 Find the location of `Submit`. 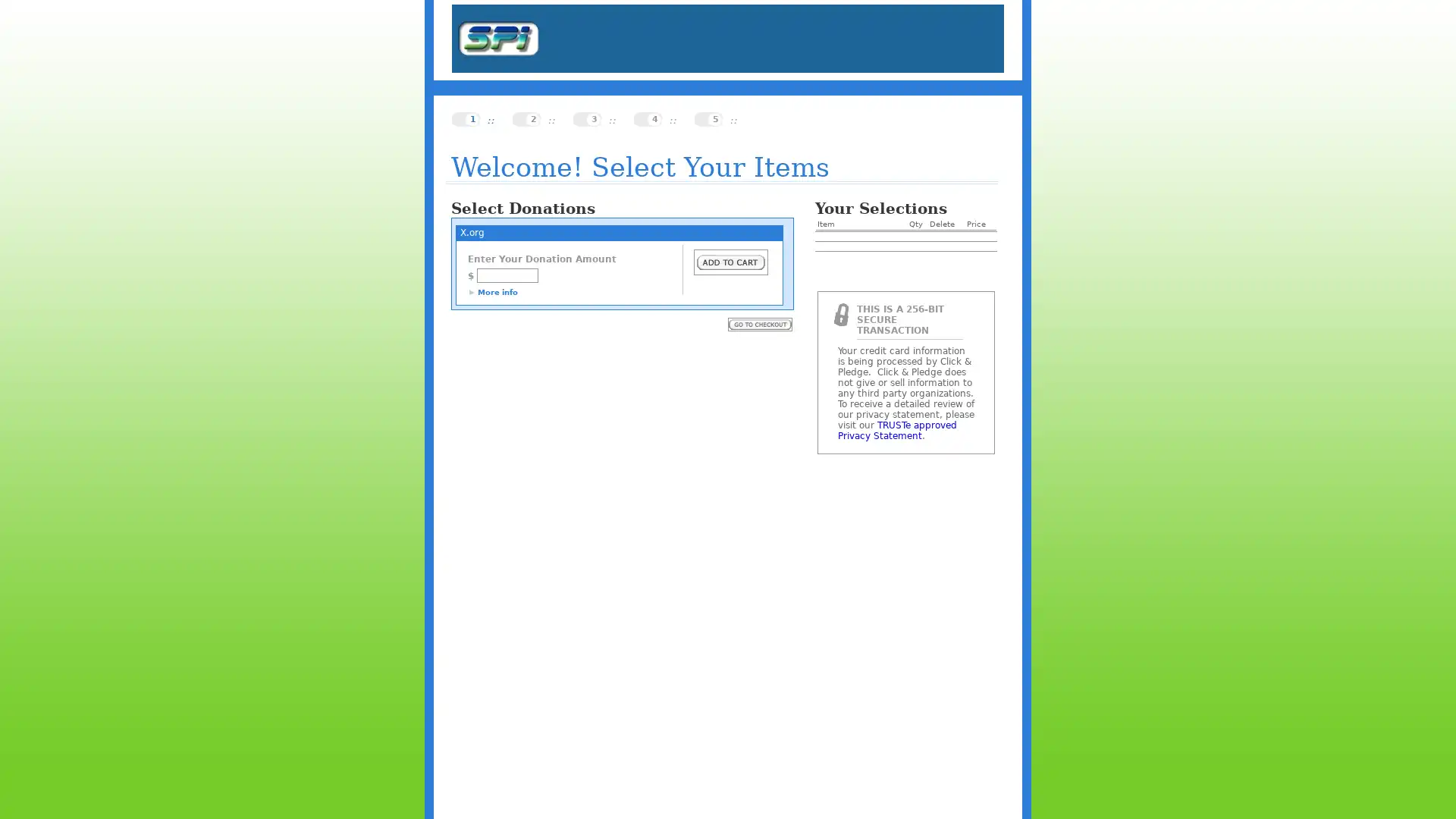

Submit is located at coordinates (760, 324).